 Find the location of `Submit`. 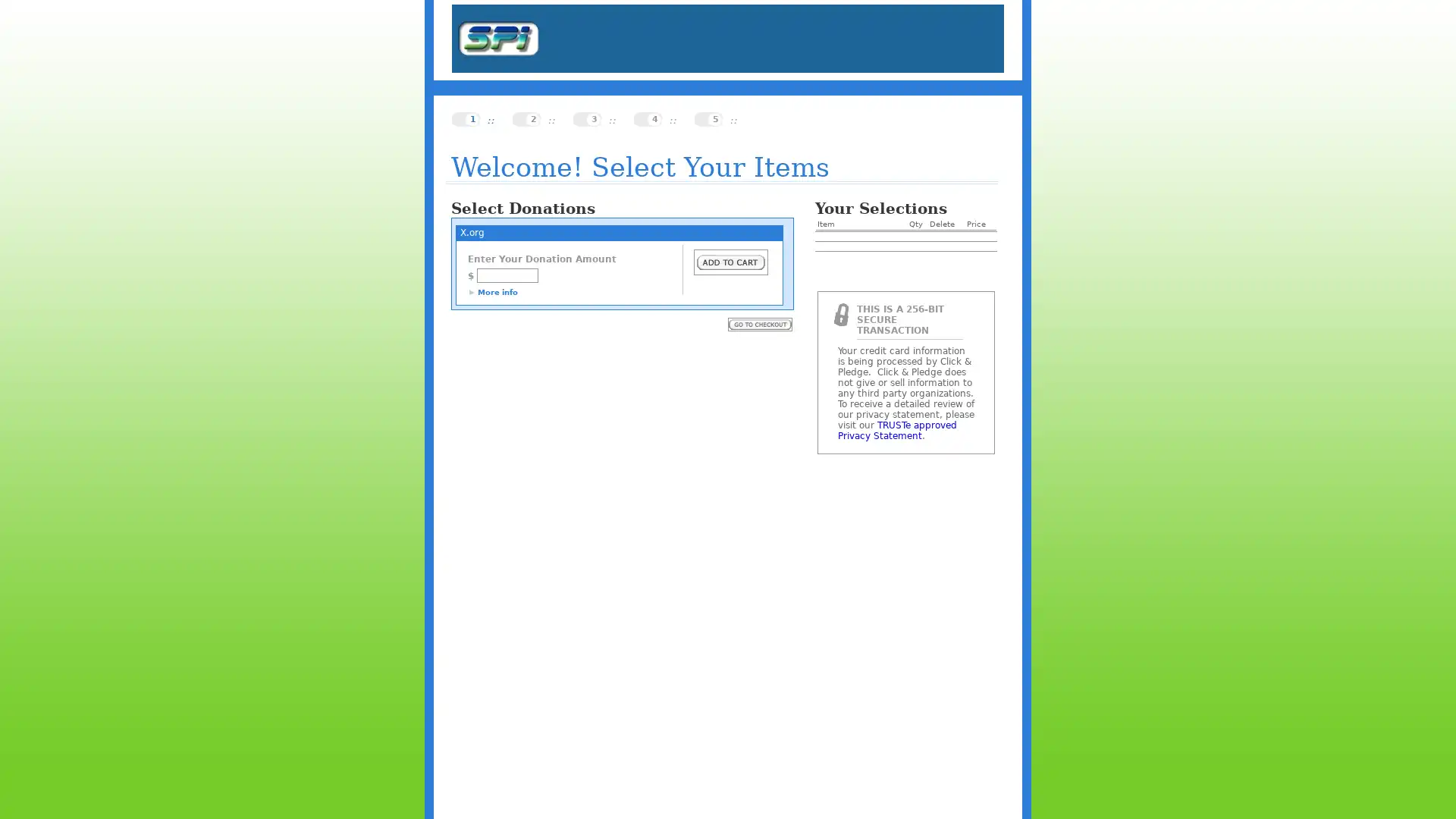

Submit is located at coordinates (760, 324).